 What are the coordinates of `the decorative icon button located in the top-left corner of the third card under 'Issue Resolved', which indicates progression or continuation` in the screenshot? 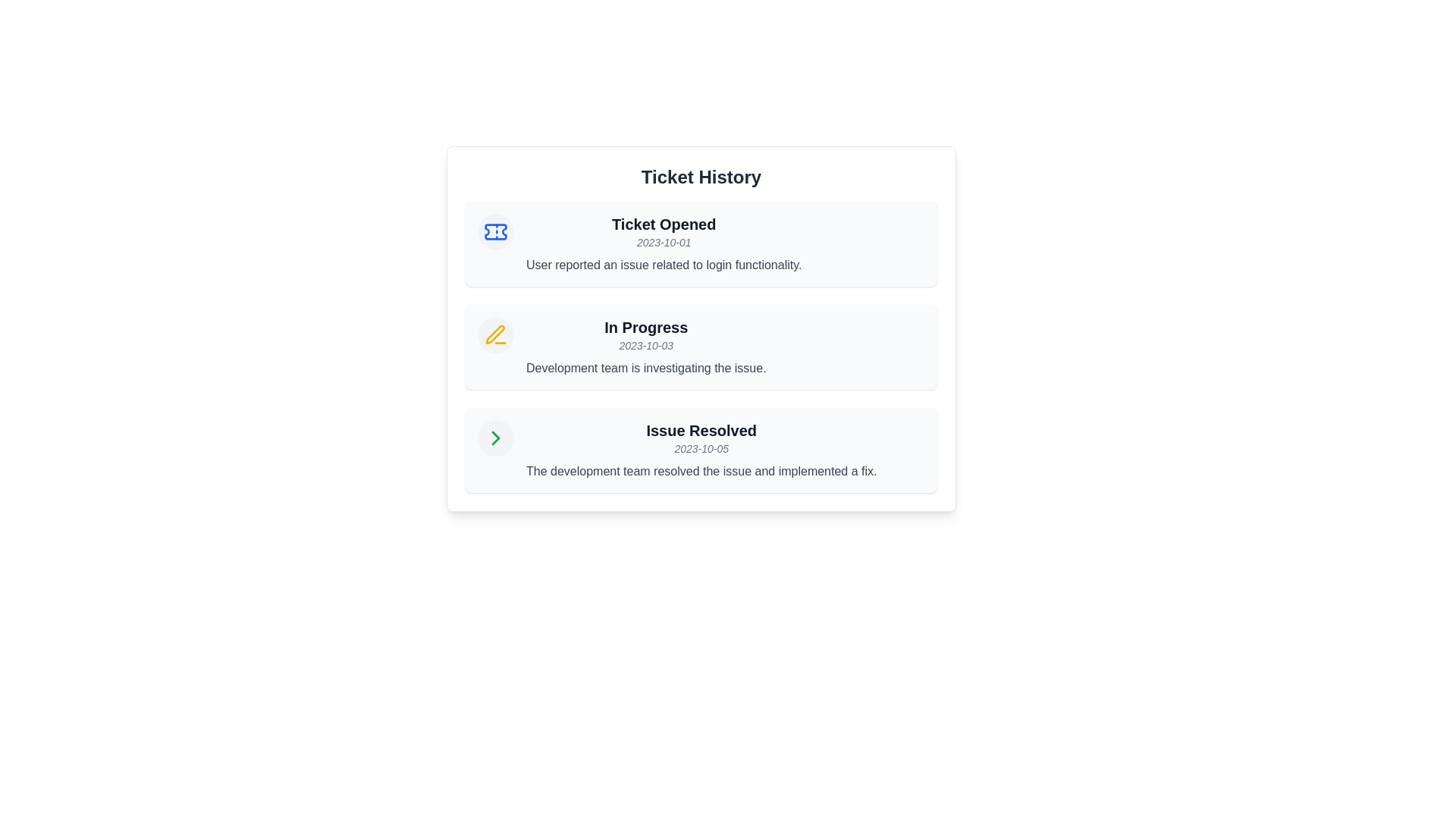 It's located at (495, 438).